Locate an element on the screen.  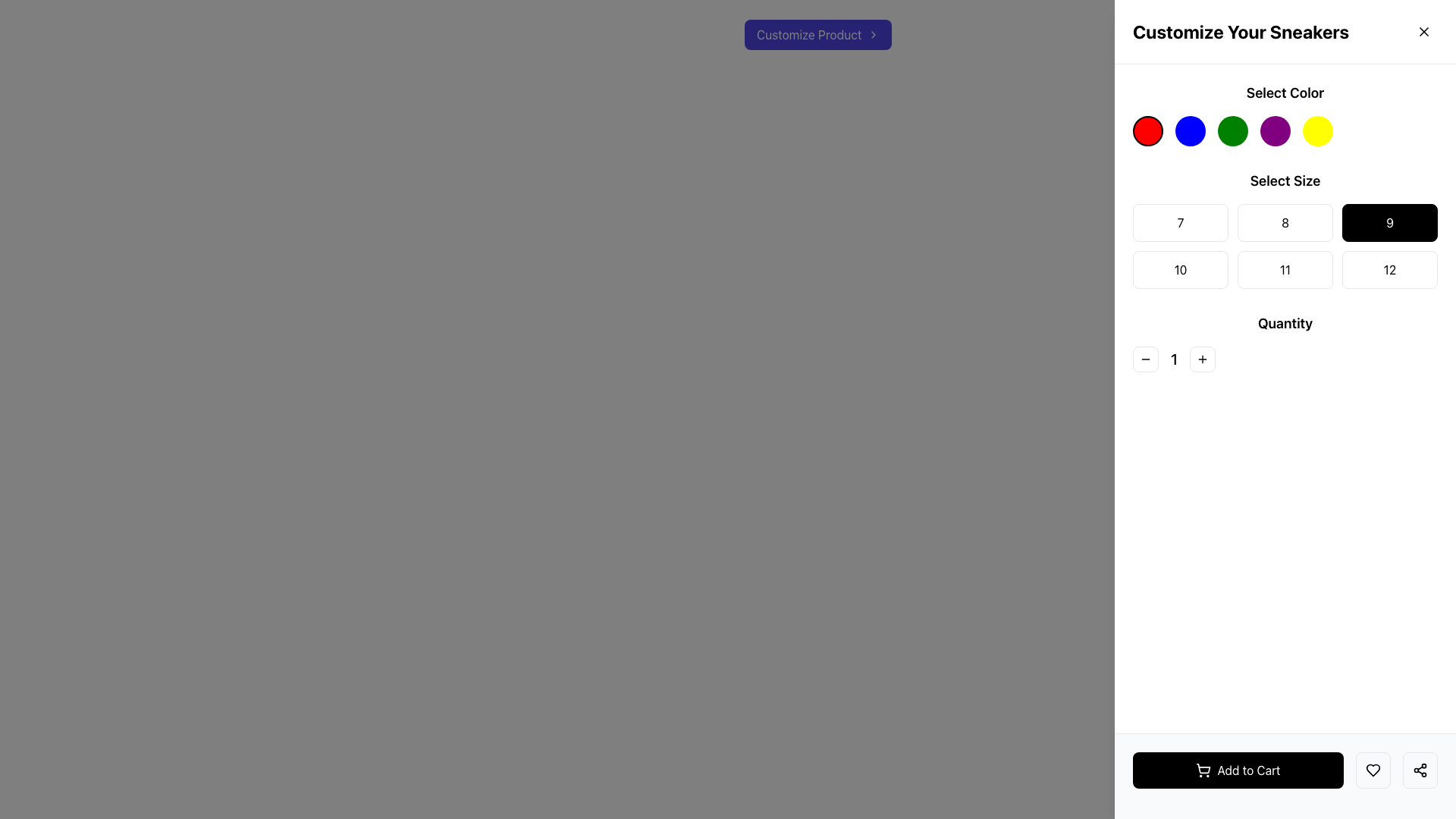
the 'Select Size' text label, which is bold and positioned in the upper-right panel below 'Select Color' is located at coordinates (1284, 180).